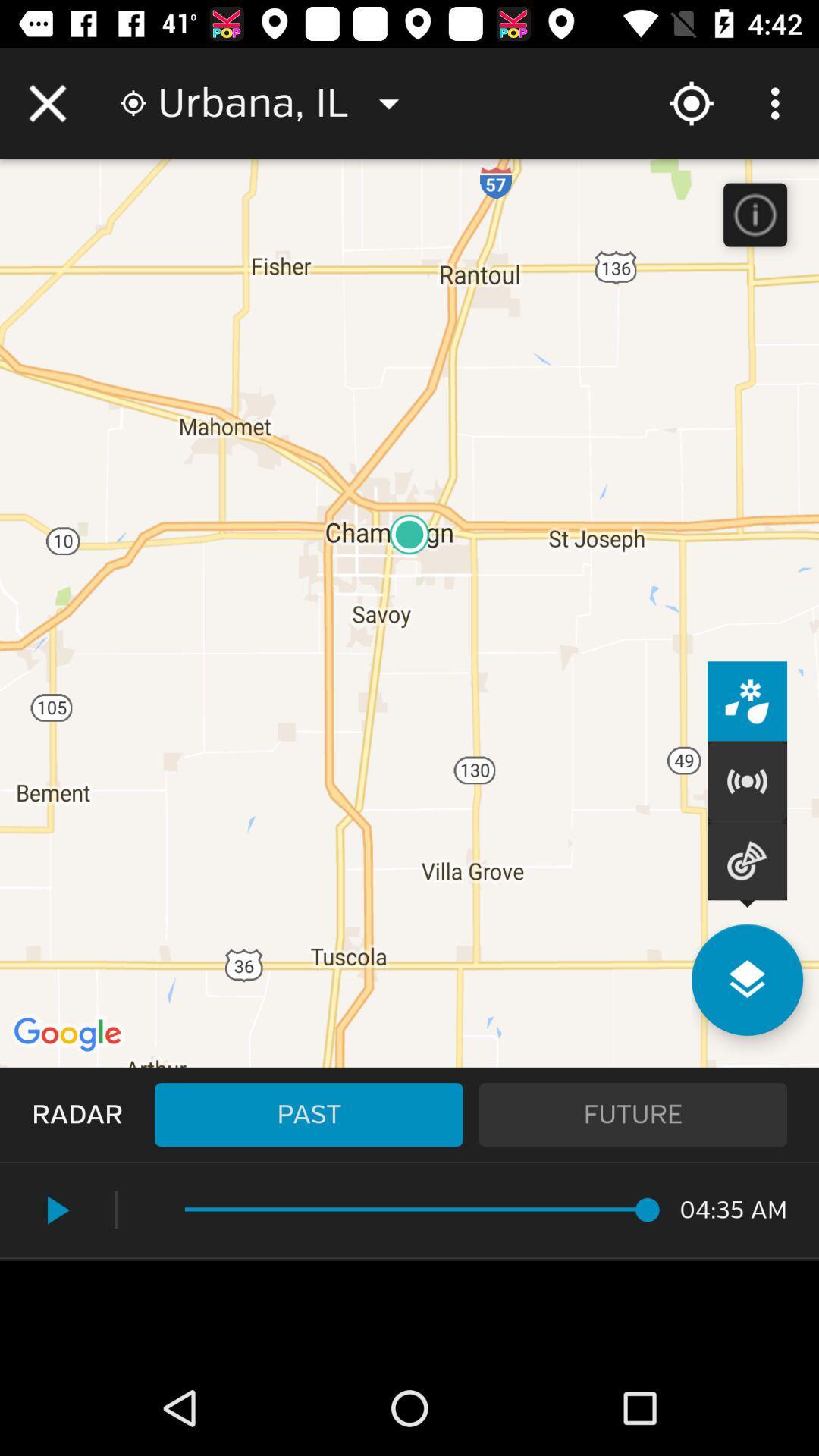  I want to click on item next to the radar icon, so click(308, 1114).